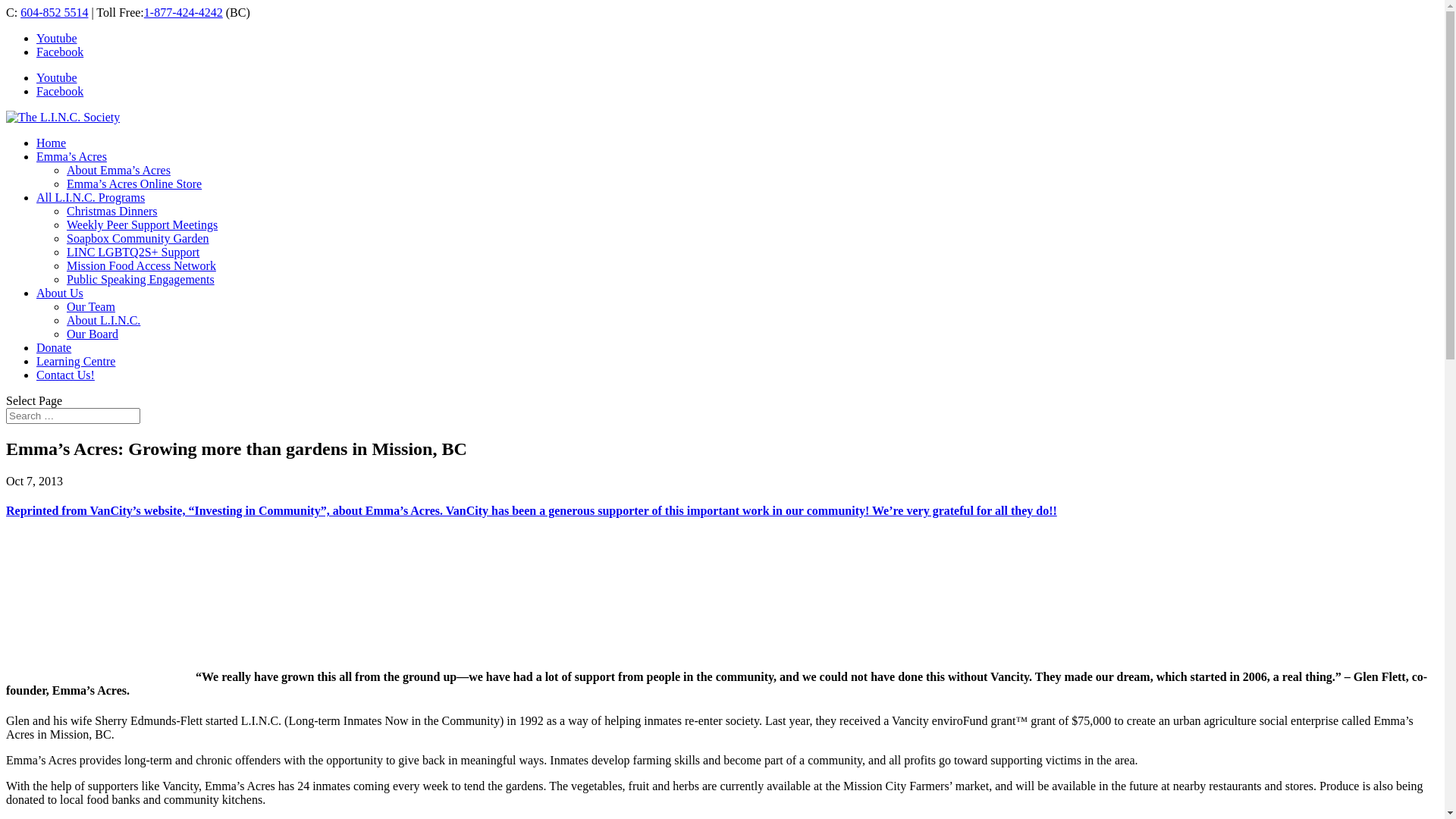 Image resolution: width=1456 pixels, height=819 pixels. I want to click on 'All L.I.N.C. Programs', so click(89, 196).